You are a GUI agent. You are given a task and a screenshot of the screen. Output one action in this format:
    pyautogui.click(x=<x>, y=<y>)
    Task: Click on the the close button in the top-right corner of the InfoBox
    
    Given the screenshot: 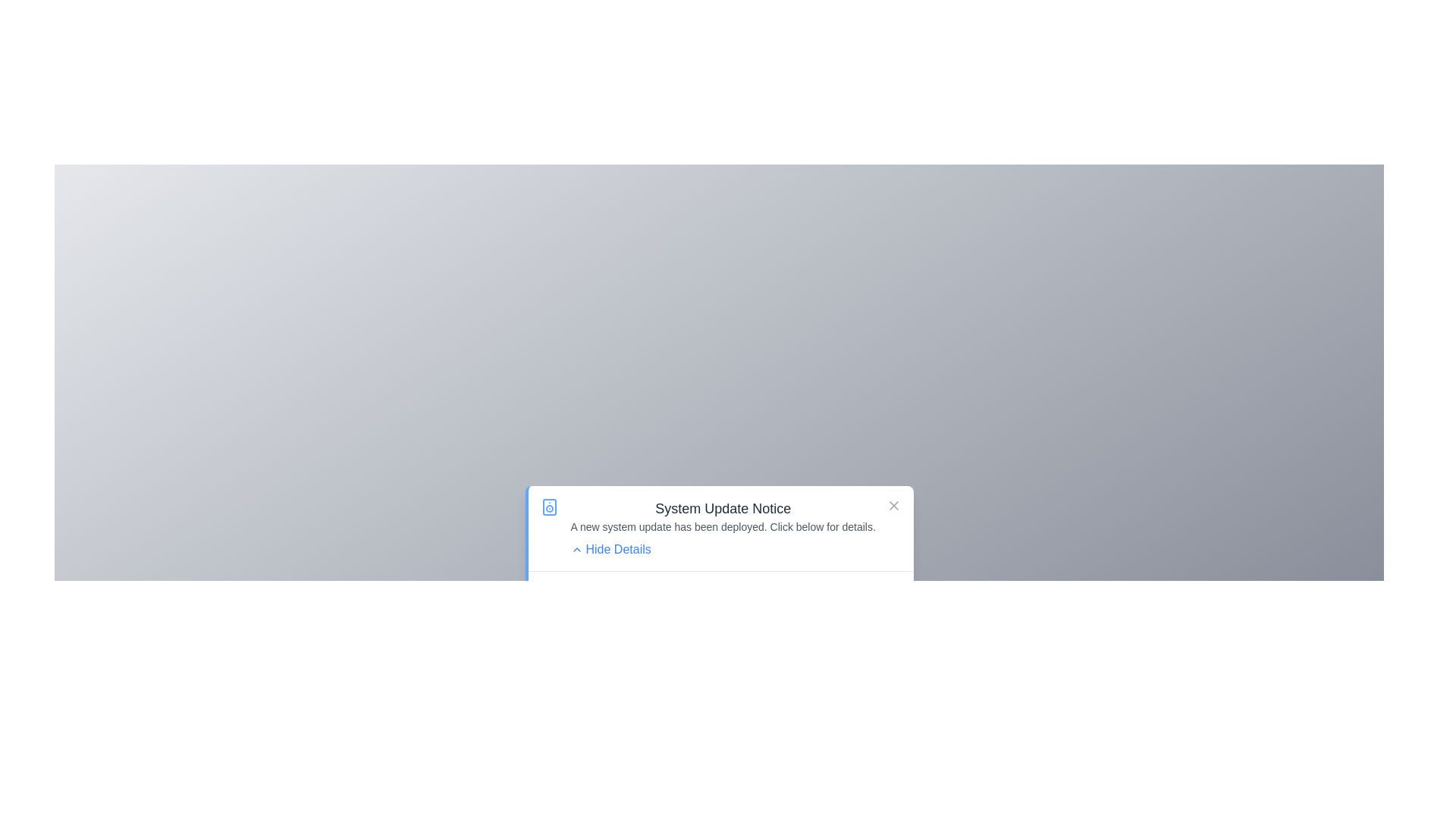 What is the action you would take?
    pyautogui.click(x=893, y=505)
    